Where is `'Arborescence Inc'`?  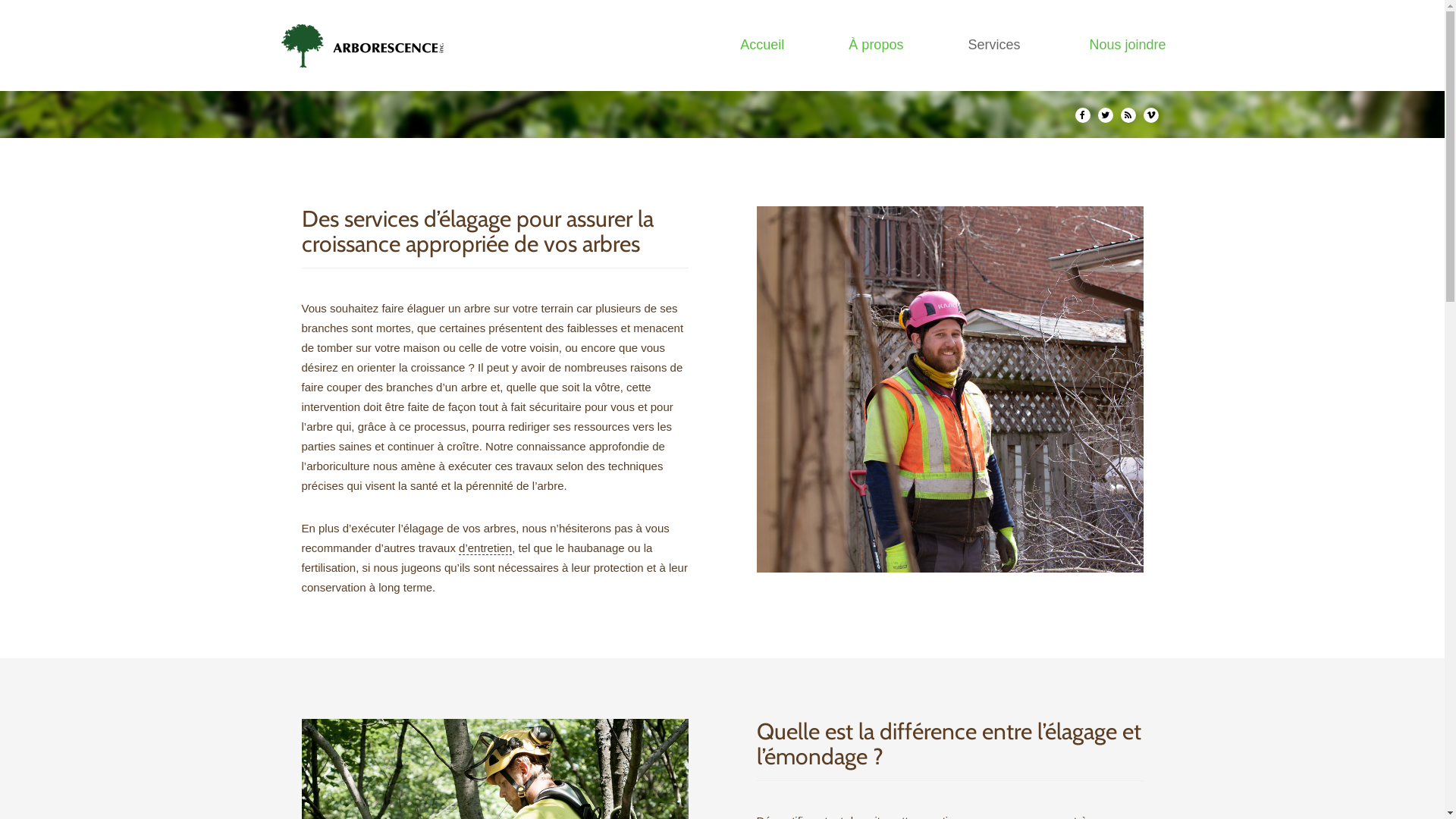
'Arborescence Inc' is located at coordinates (367, 45).